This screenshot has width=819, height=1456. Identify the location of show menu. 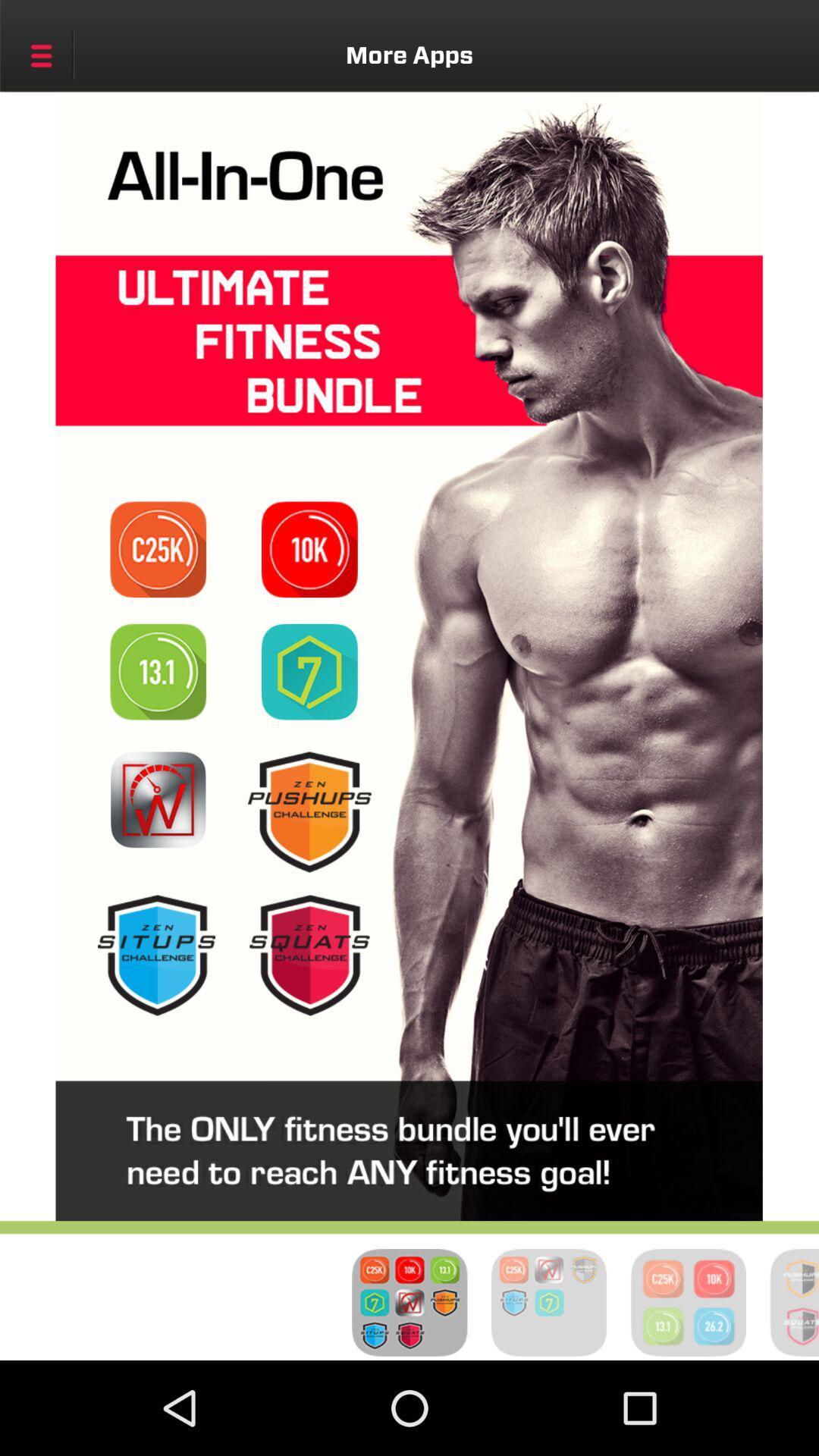
(40, 55).